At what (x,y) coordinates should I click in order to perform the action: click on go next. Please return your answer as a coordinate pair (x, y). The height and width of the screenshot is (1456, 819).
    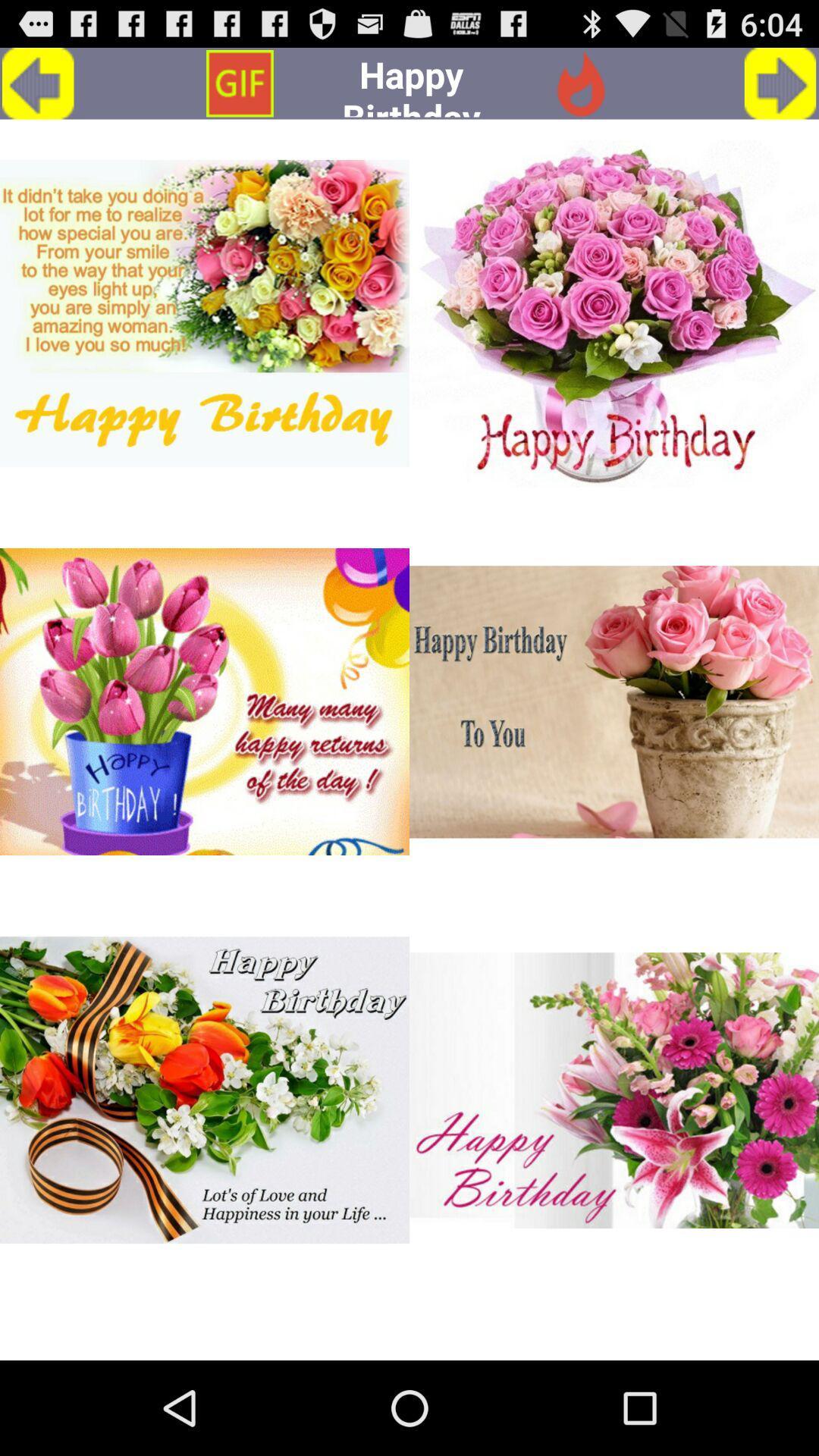
    Looking at the image, I should click on (780, 83).